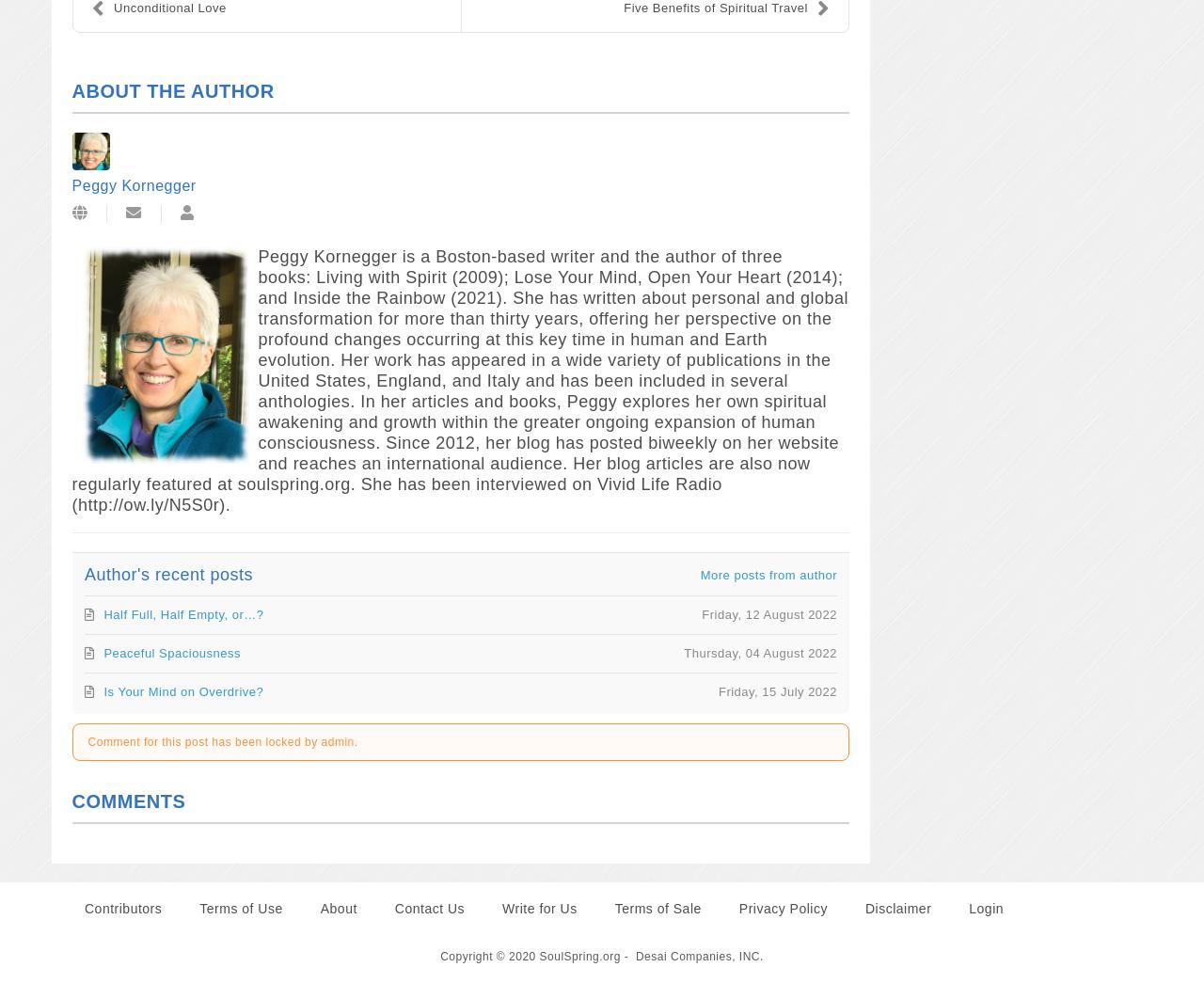  What do you see at coordinates (760, 652) in the screenshot?
I see `'Thursday, 04 August 2022'` at bounding box center [760, 652].